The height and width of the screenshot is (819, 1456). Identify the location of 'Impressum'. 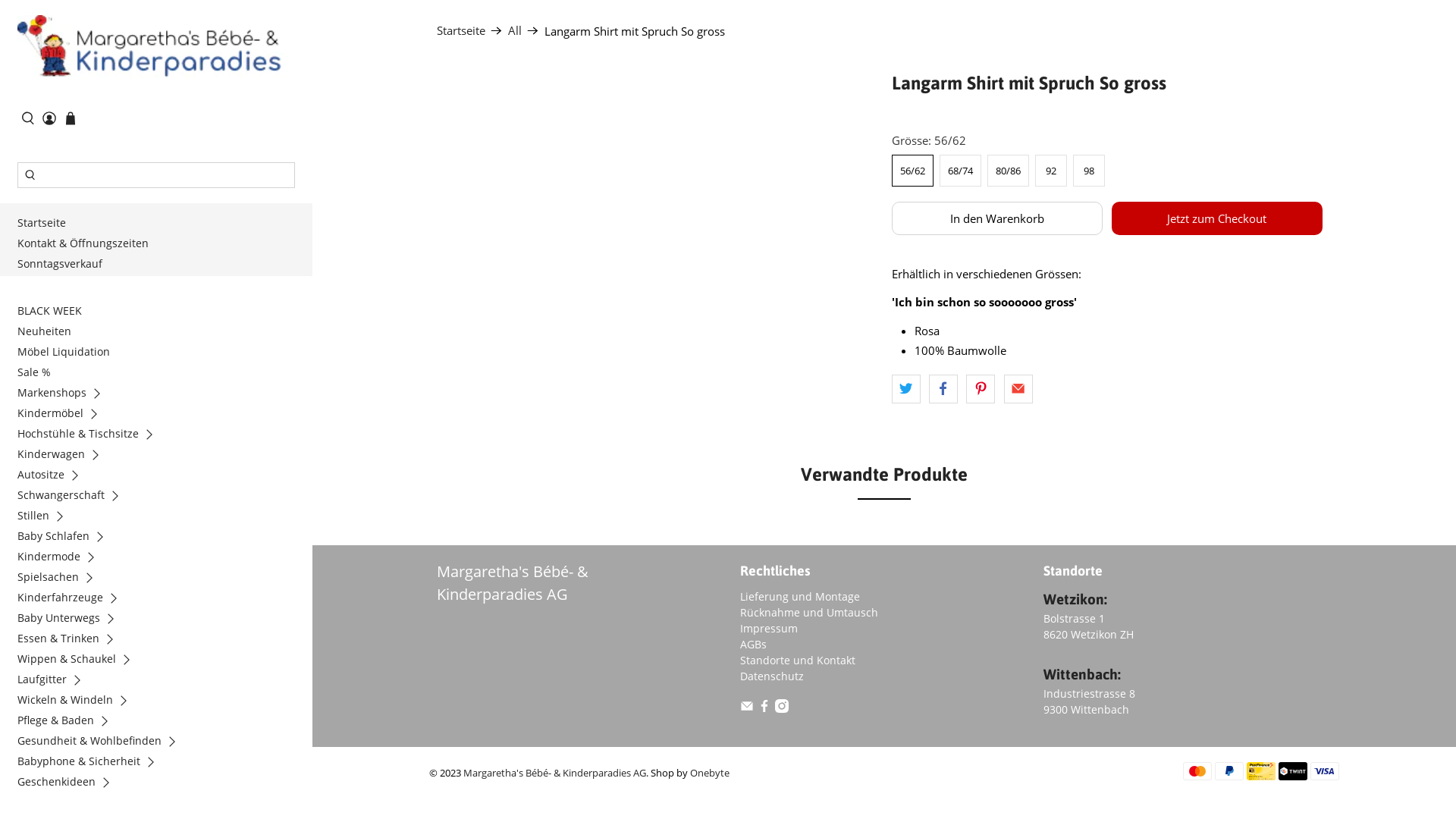
(768, 628).